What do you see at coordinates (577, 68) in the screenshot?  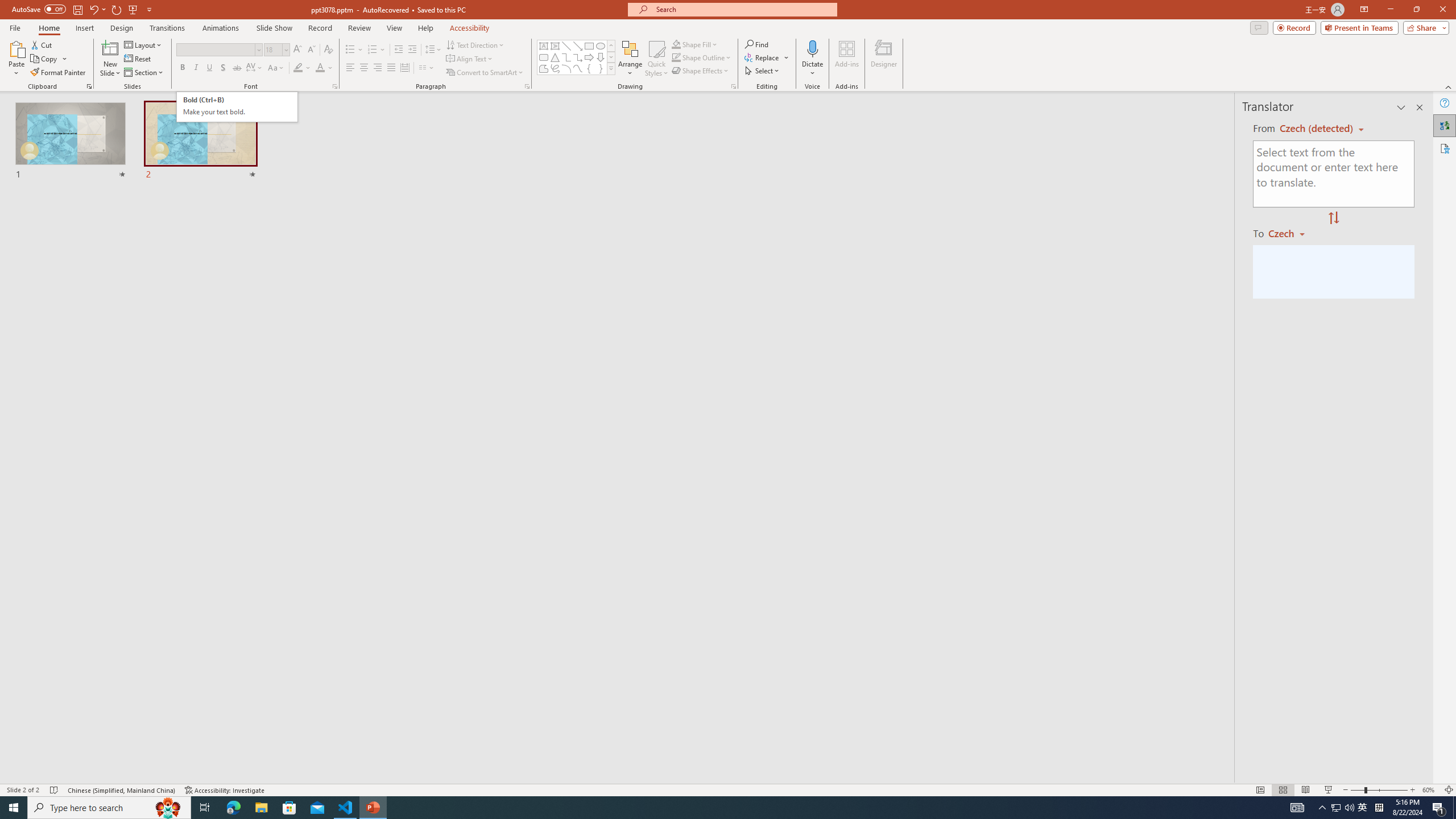 I see `'Curve'` at bounding box center [577, 68].